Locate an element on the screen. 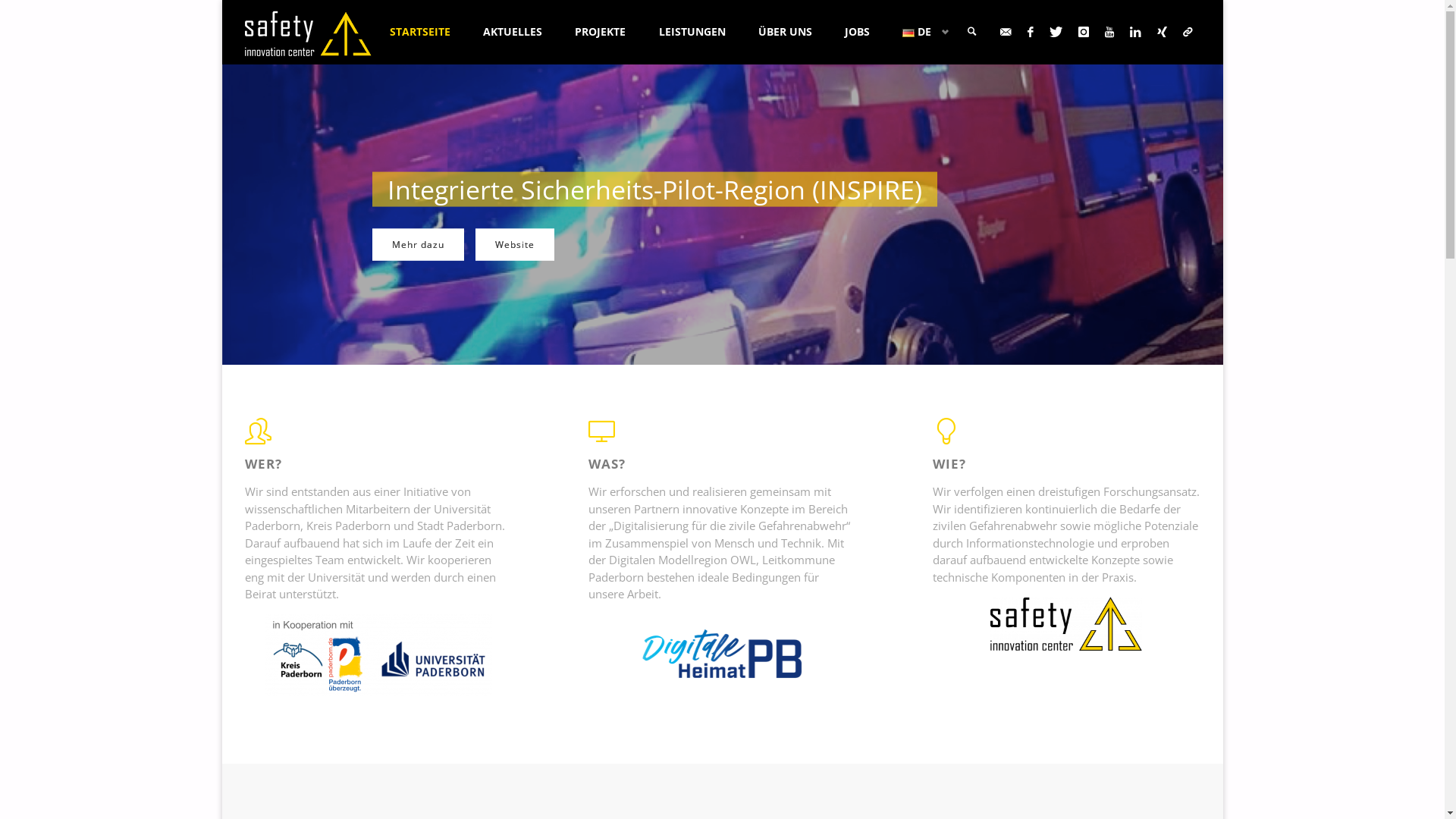  'Facebook' is located at coordinates (1030, 32).